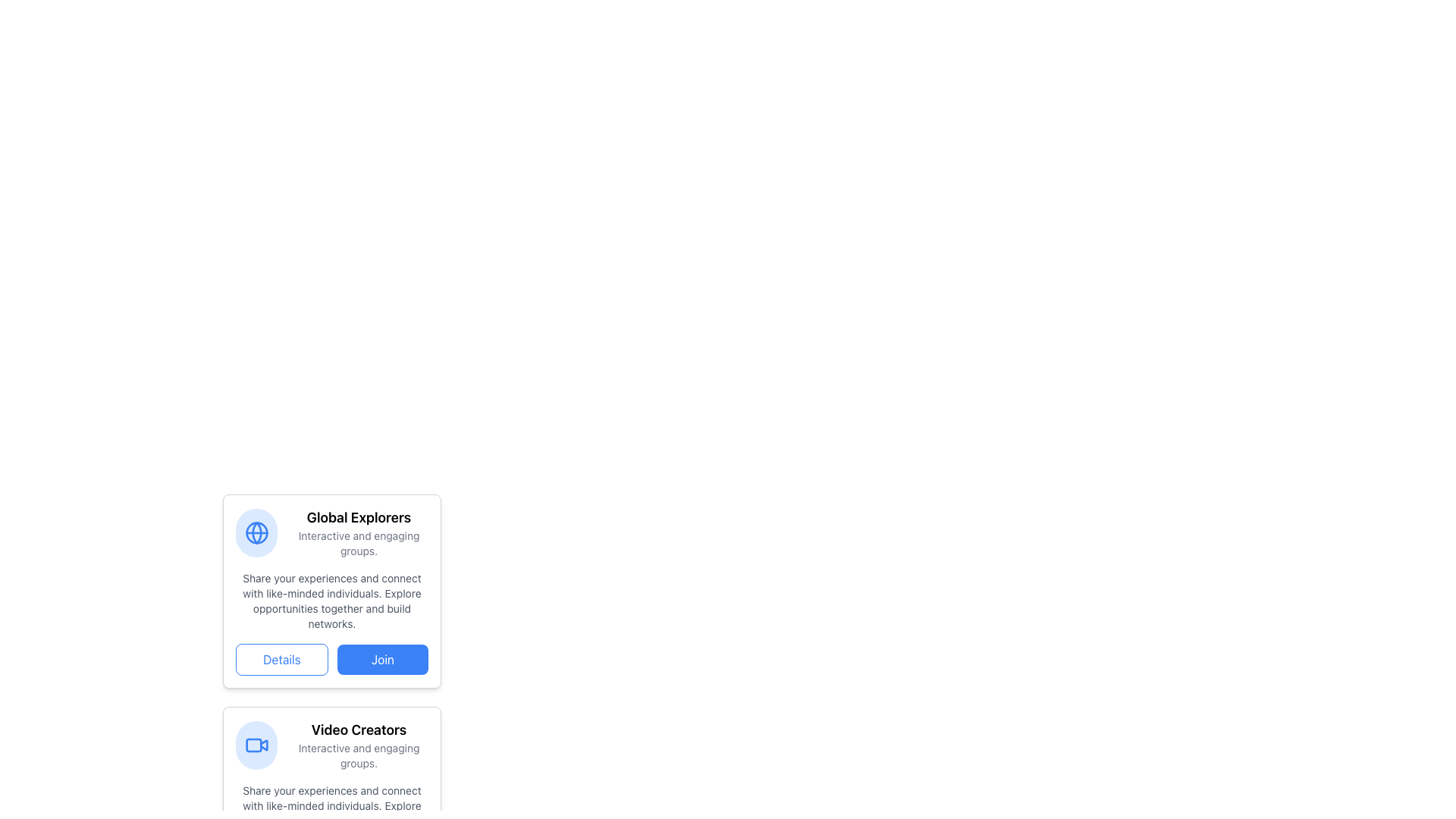 The height and width of the screenshot is (819, 1456). What do you see at coordinates (256, 745) in the screenshot?
I see `the video media icon located to the left of the text 'Video Creators' and 'Interactive and engaging groups.'` at bounding box center [256, 745].